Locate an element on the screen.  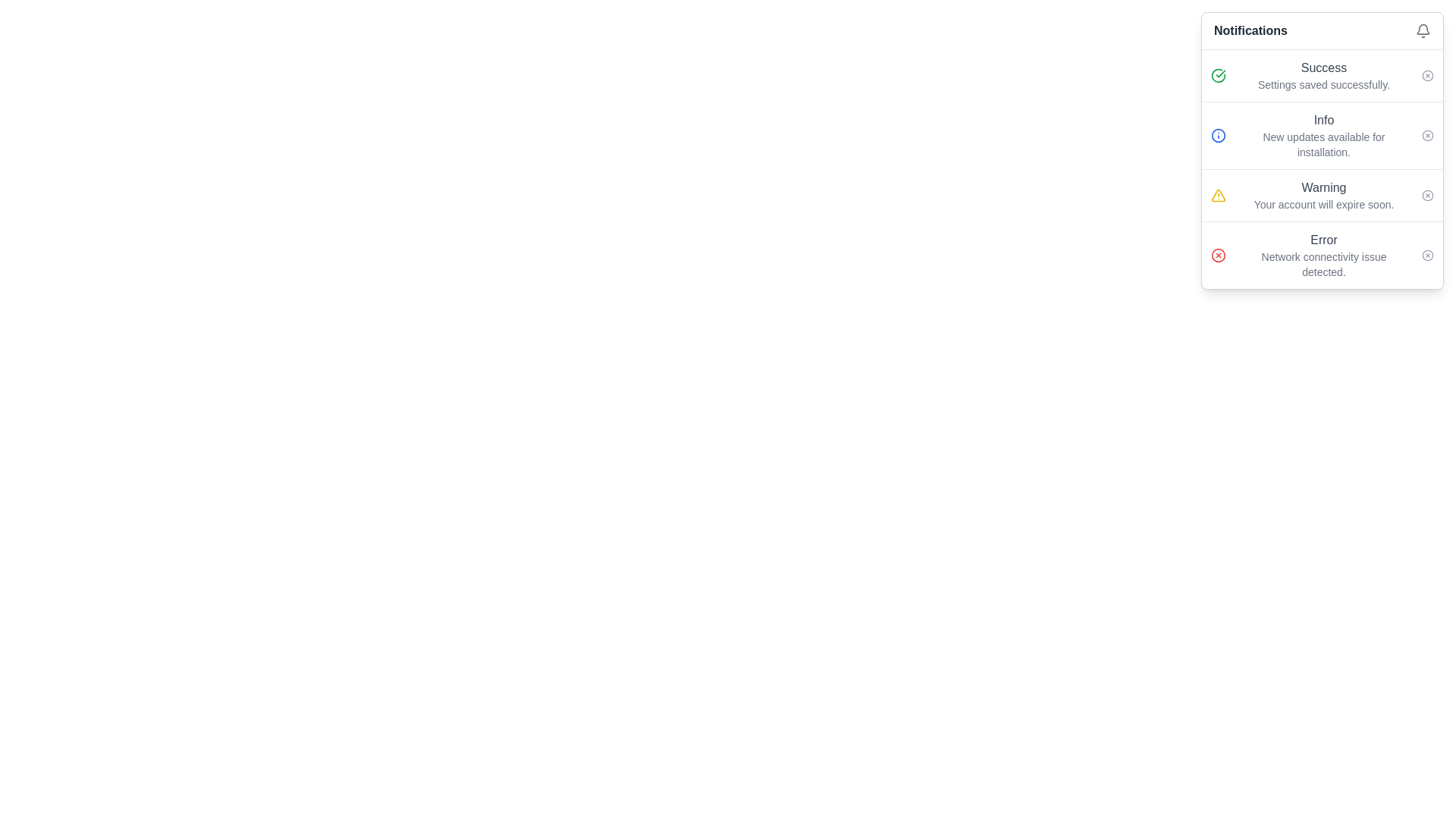
the Notification Component that displays 'Success' and 'Settings saved successfully.' is located at coordinates (1321, 76).